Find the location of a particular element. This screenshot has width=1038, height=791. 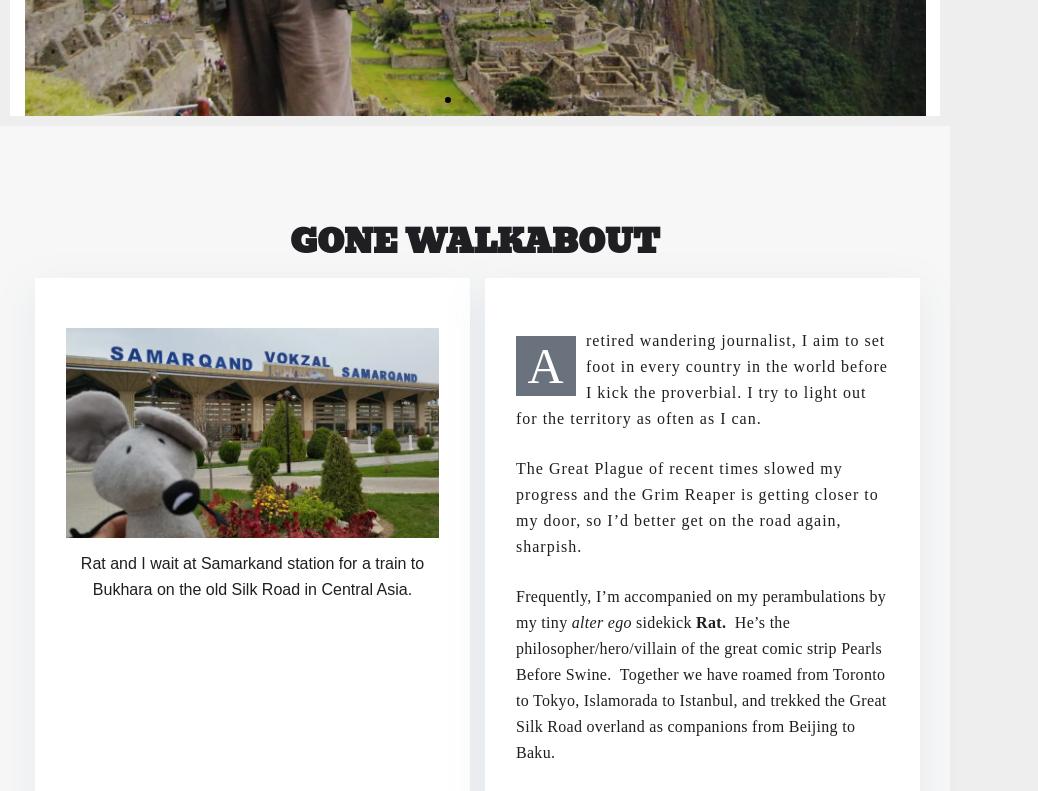

'He’s the philosopher/hero/villain of the great comic strip' is located at coordinates (515, 634).